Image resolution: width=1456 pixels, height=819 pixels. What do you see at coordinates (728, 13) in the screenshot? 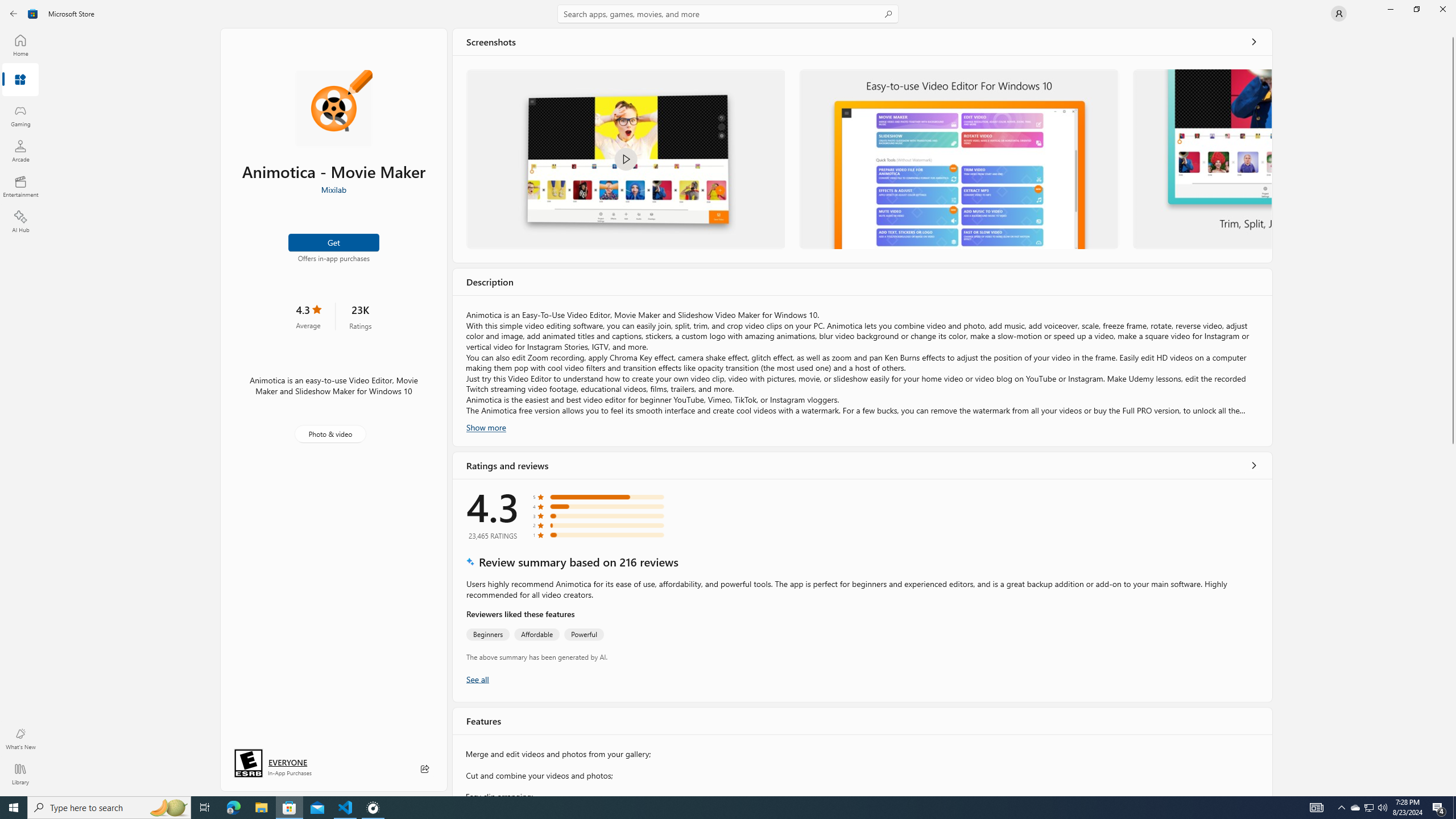
I see `'Search'` at bounding box center [728, 13].